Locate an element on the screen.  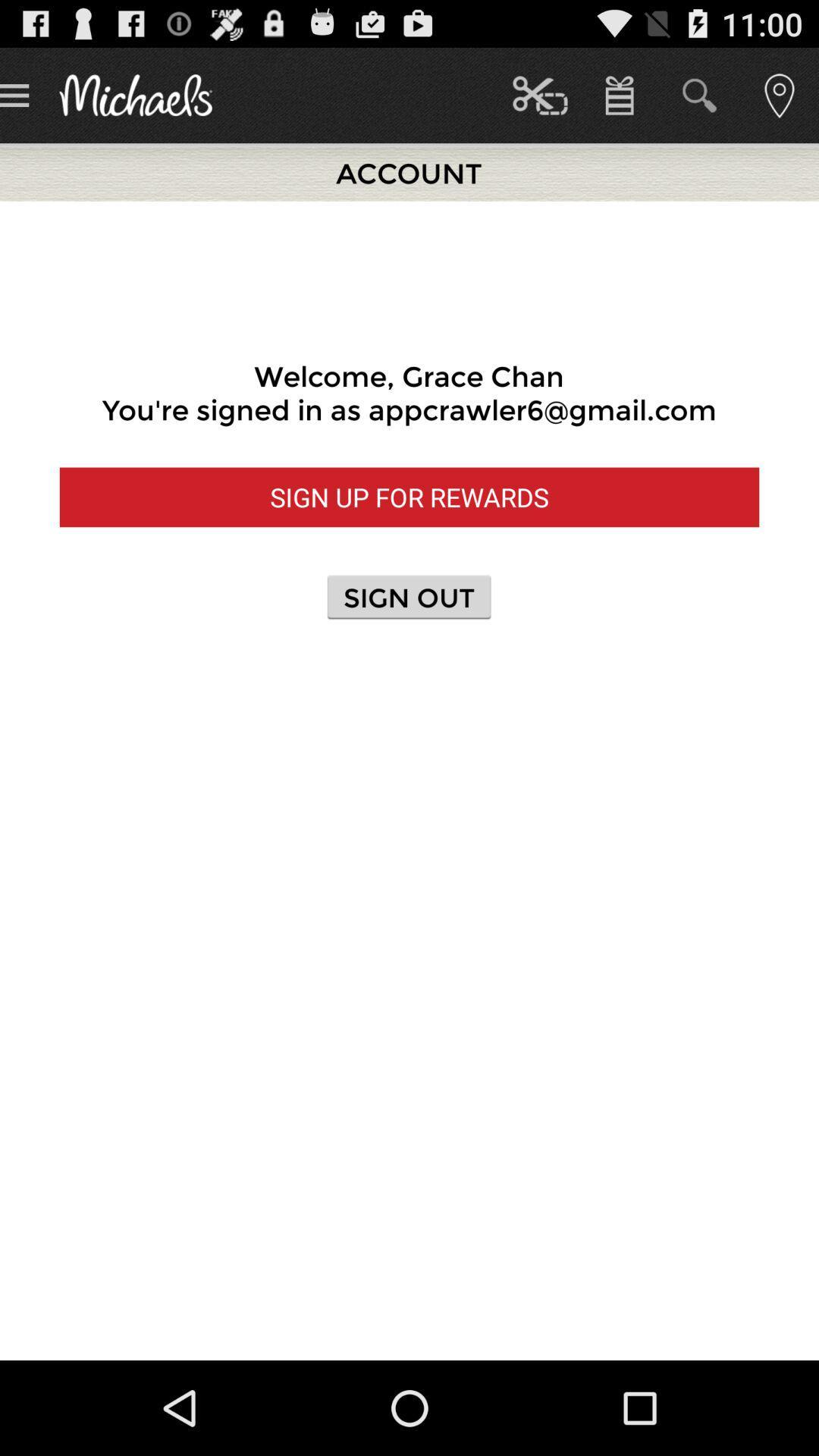
sign up for item is located at coordinates (409, 497).